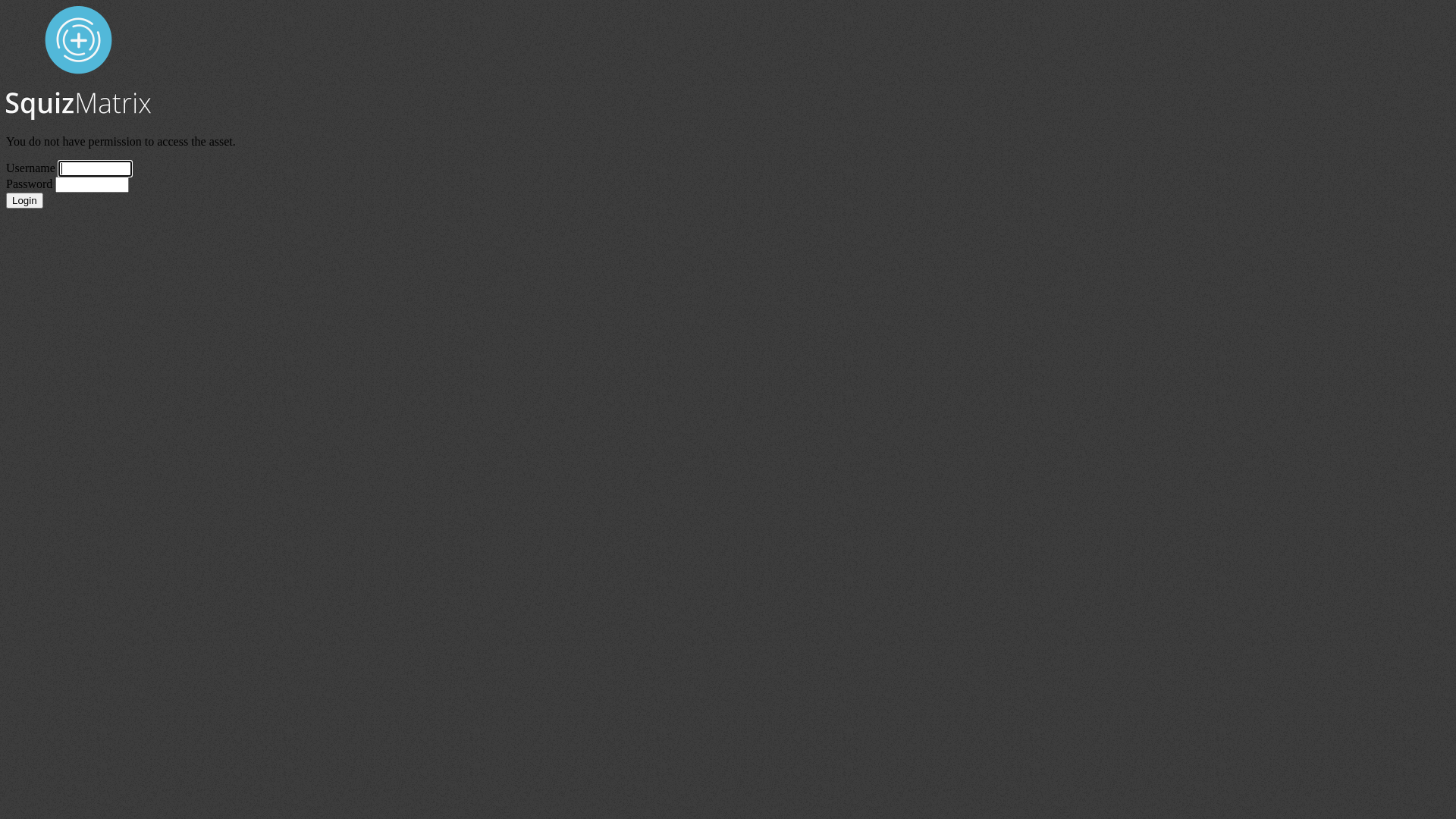 The width and height of the screenshot is (1456, 819). What do you see at coordinates (6, 199) in the screenshot?
I see `'Login'` at bounding box center [6, 199].